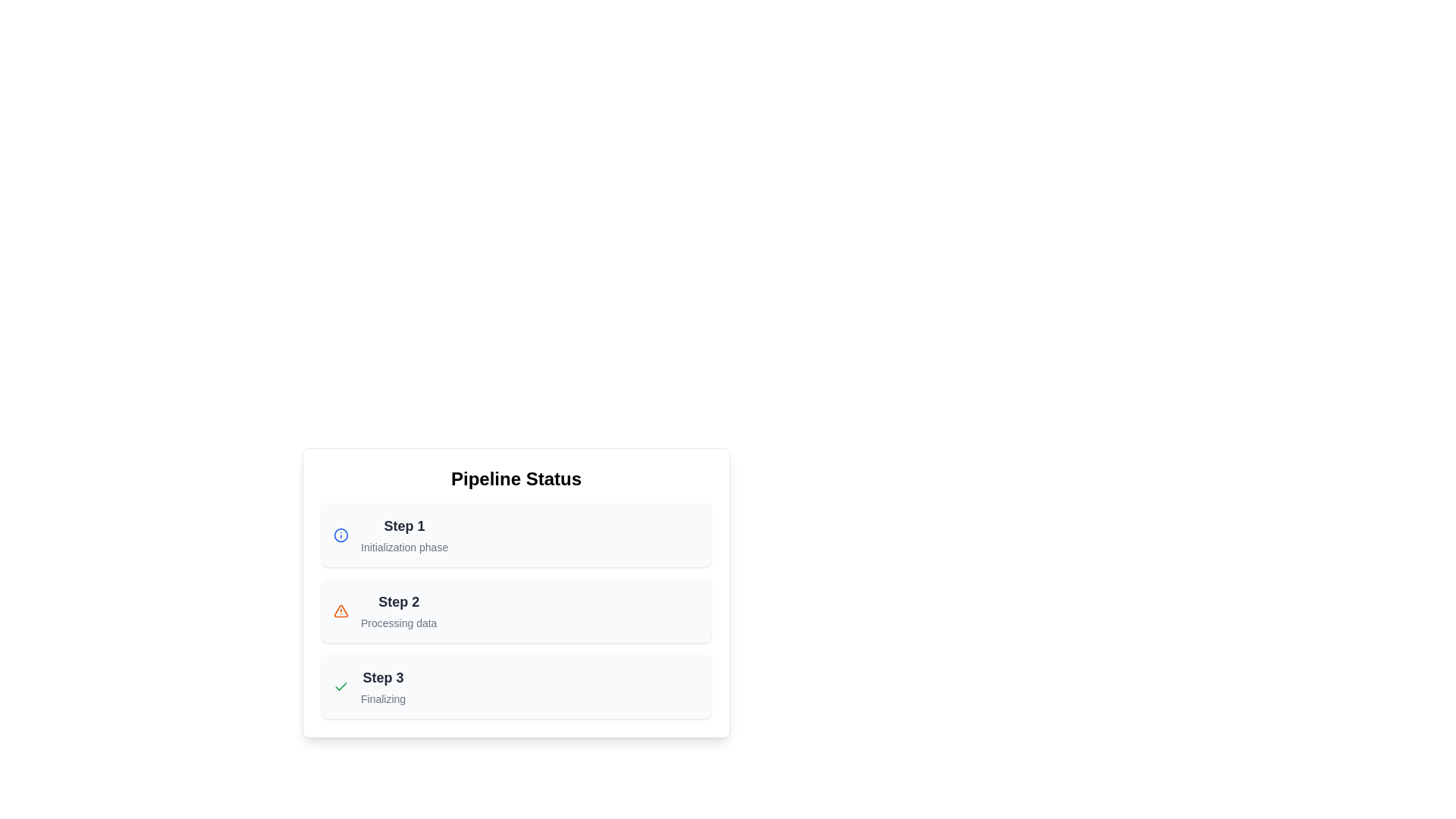 Image resolution: width=1456 pixels, height=819 pixels. I want to click on the SVG circle element that represents the outer boundary of the blue icon for 'Step 1: Initialization phase' in the 'Pipeline Status' sequence, so click(340, 534).